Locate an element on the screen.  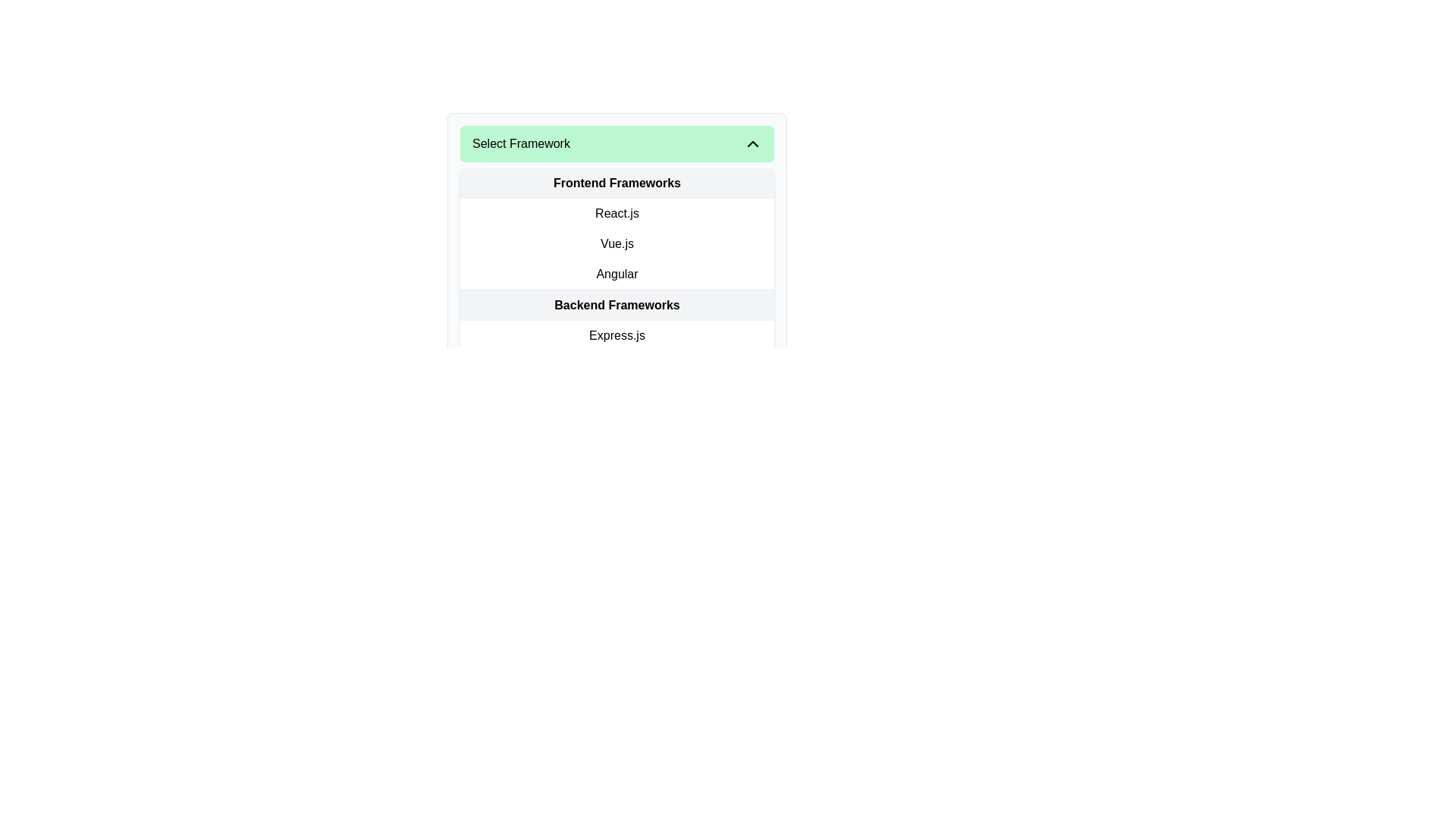
the 'Vue.js' menu item, which is the second item in the 'Frontend Frameworks' section of the list is located at coordinates (617, 243).